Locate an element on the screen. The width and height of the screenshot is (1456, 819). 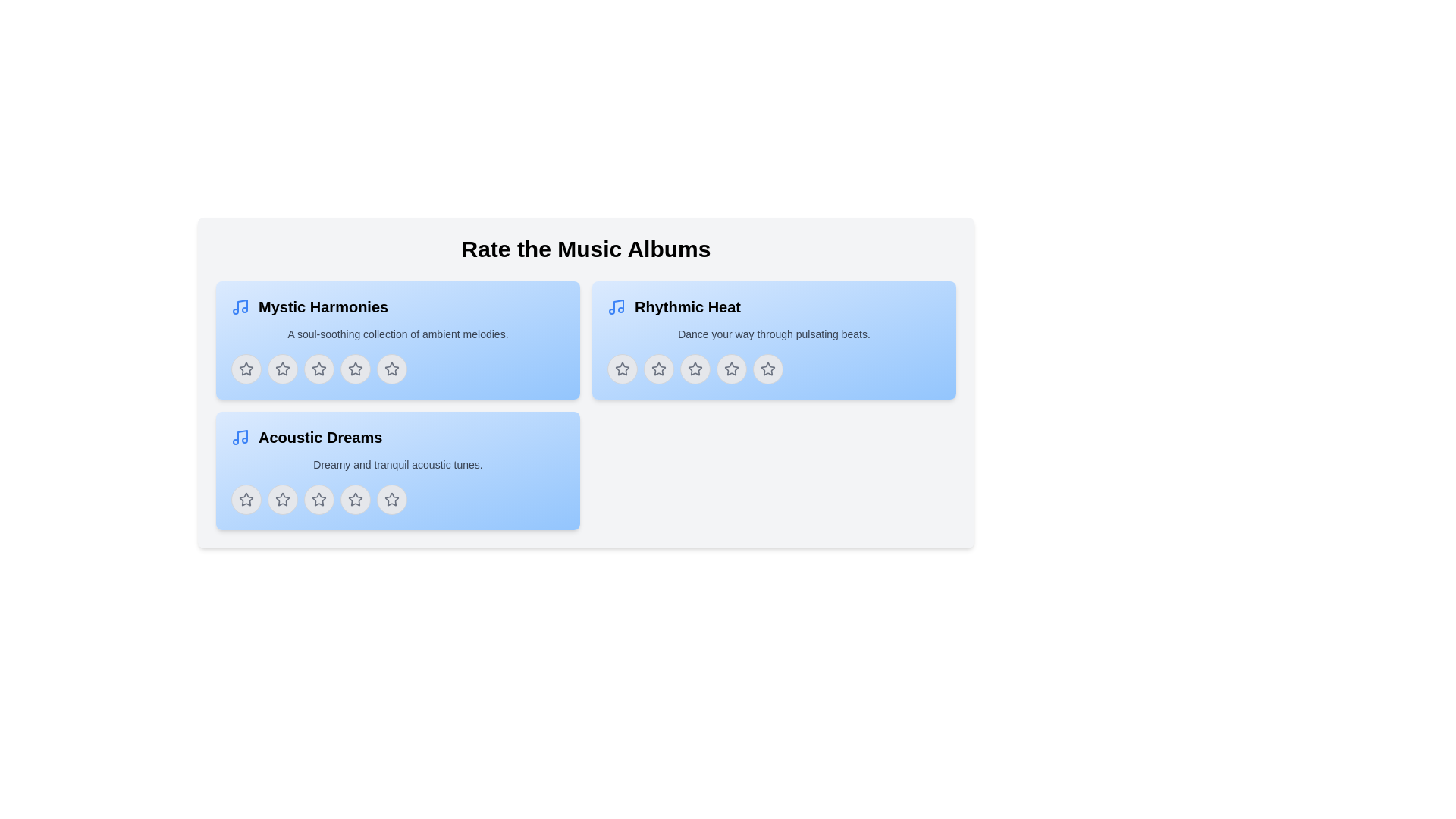
the first star-shaped rating icon in the 'Rhythmic Heat' music album card is located at coordinates (658, 369).